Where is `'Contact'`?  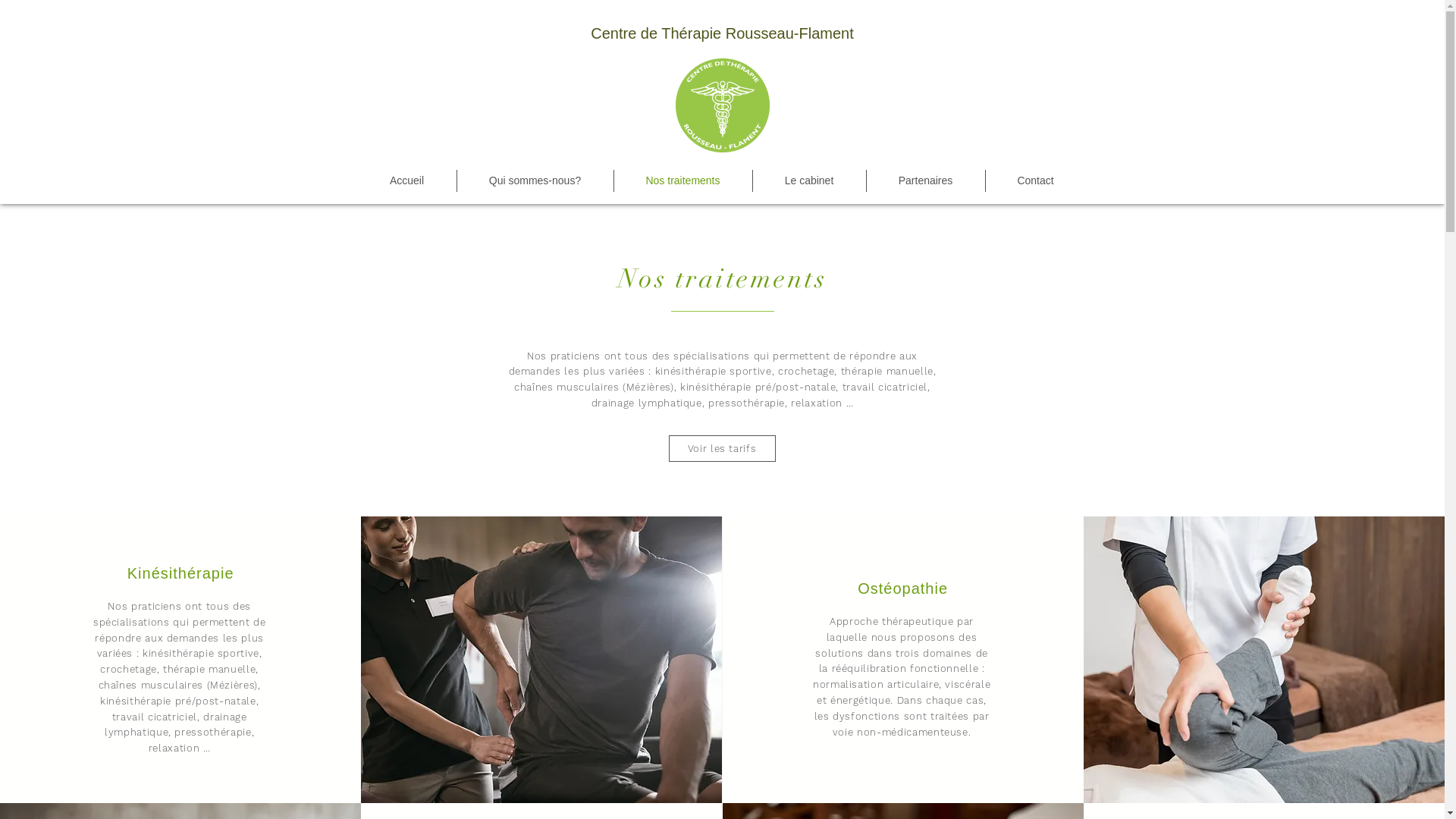 'Contact' is located at coordinates (986, 180).